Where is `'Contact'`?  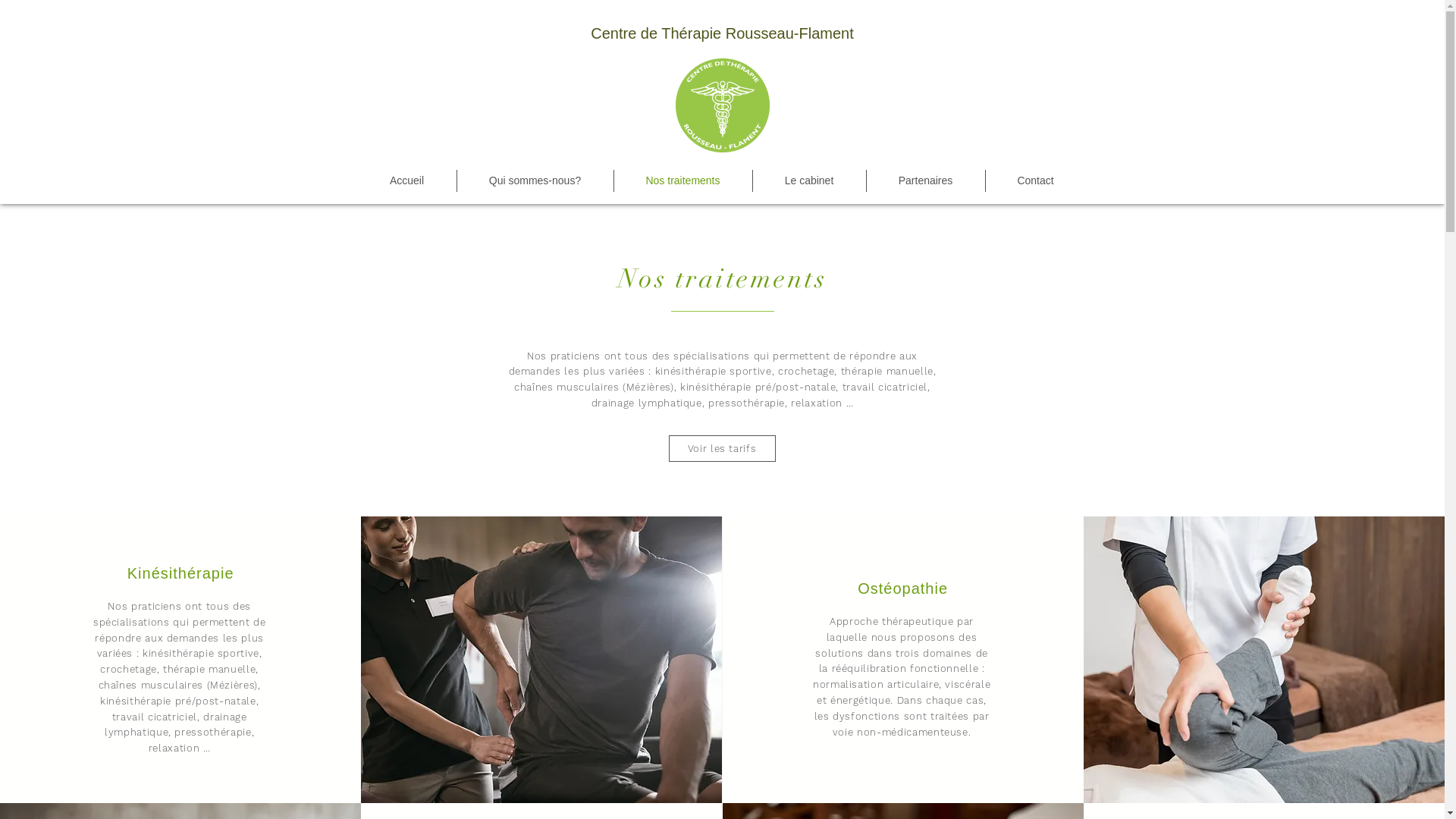 'Contact' is located at coordinates (986, 180).